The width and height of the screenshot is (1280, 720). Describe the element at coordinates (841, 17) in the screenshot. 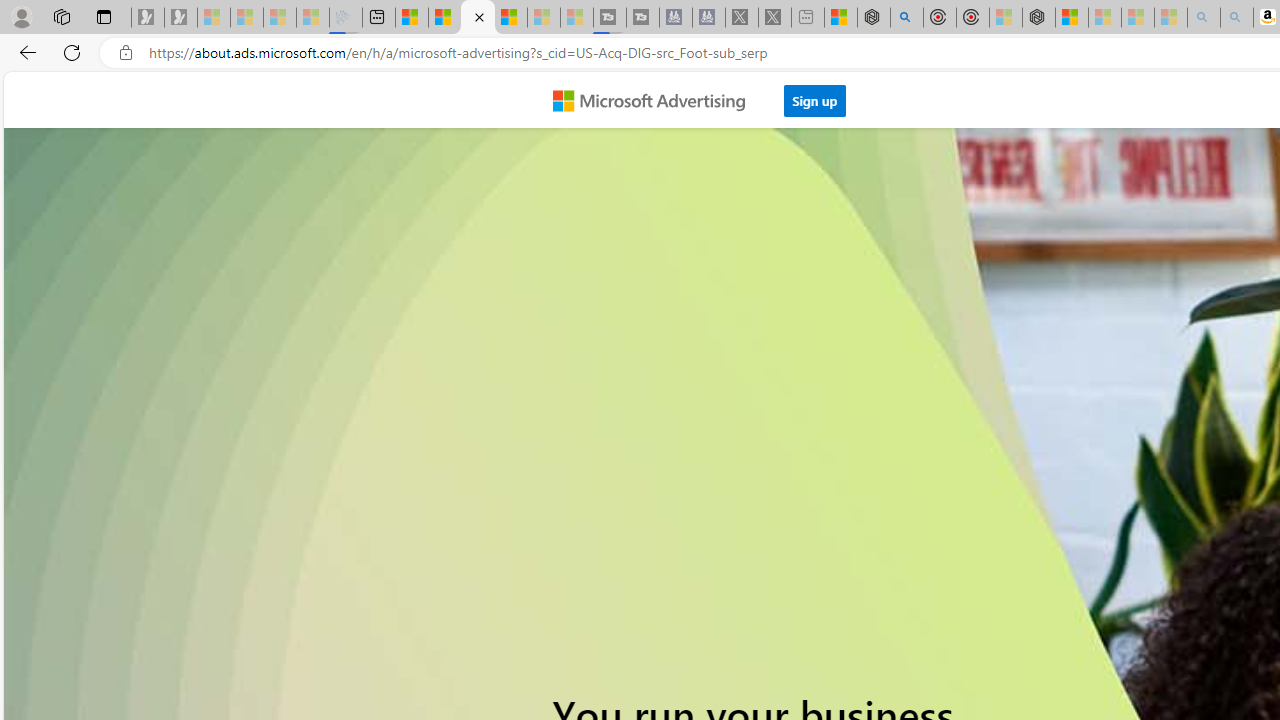

I see `'Wildlife - MSN'` at that location.